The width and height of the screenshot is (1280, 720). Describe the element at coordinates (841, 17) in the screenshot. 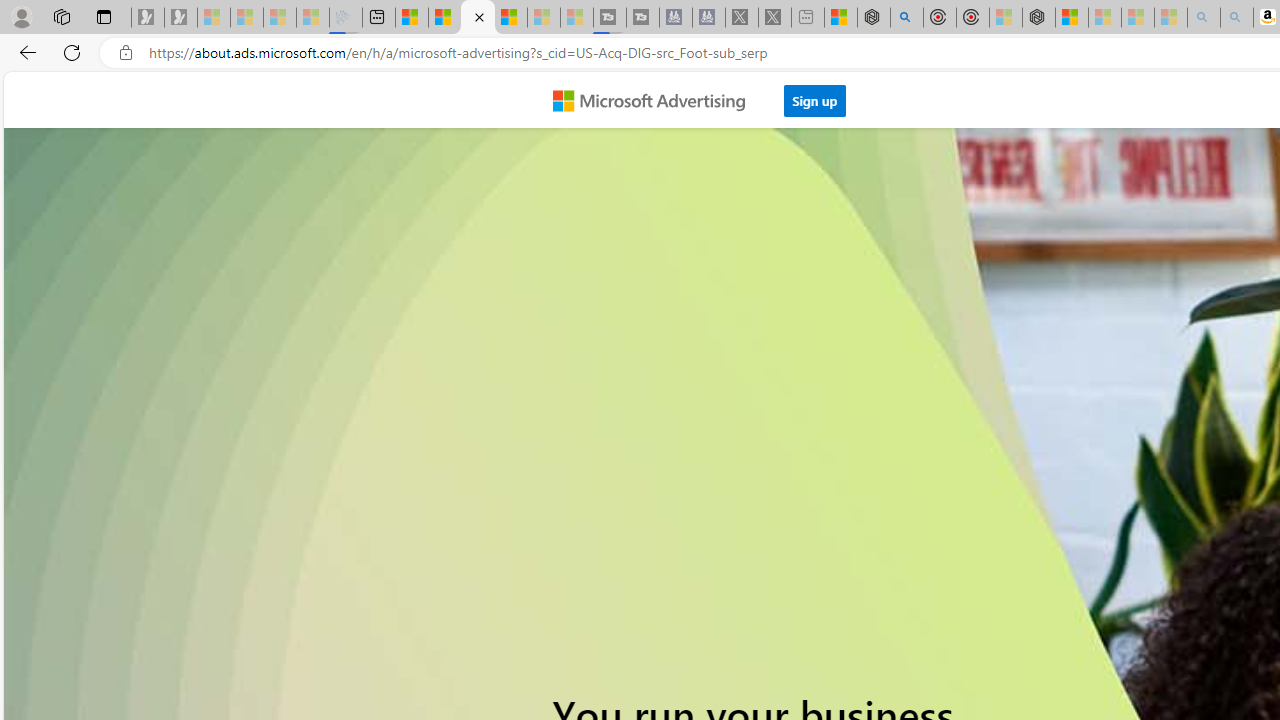

I see `'Wildlife - MSN'` at that location.